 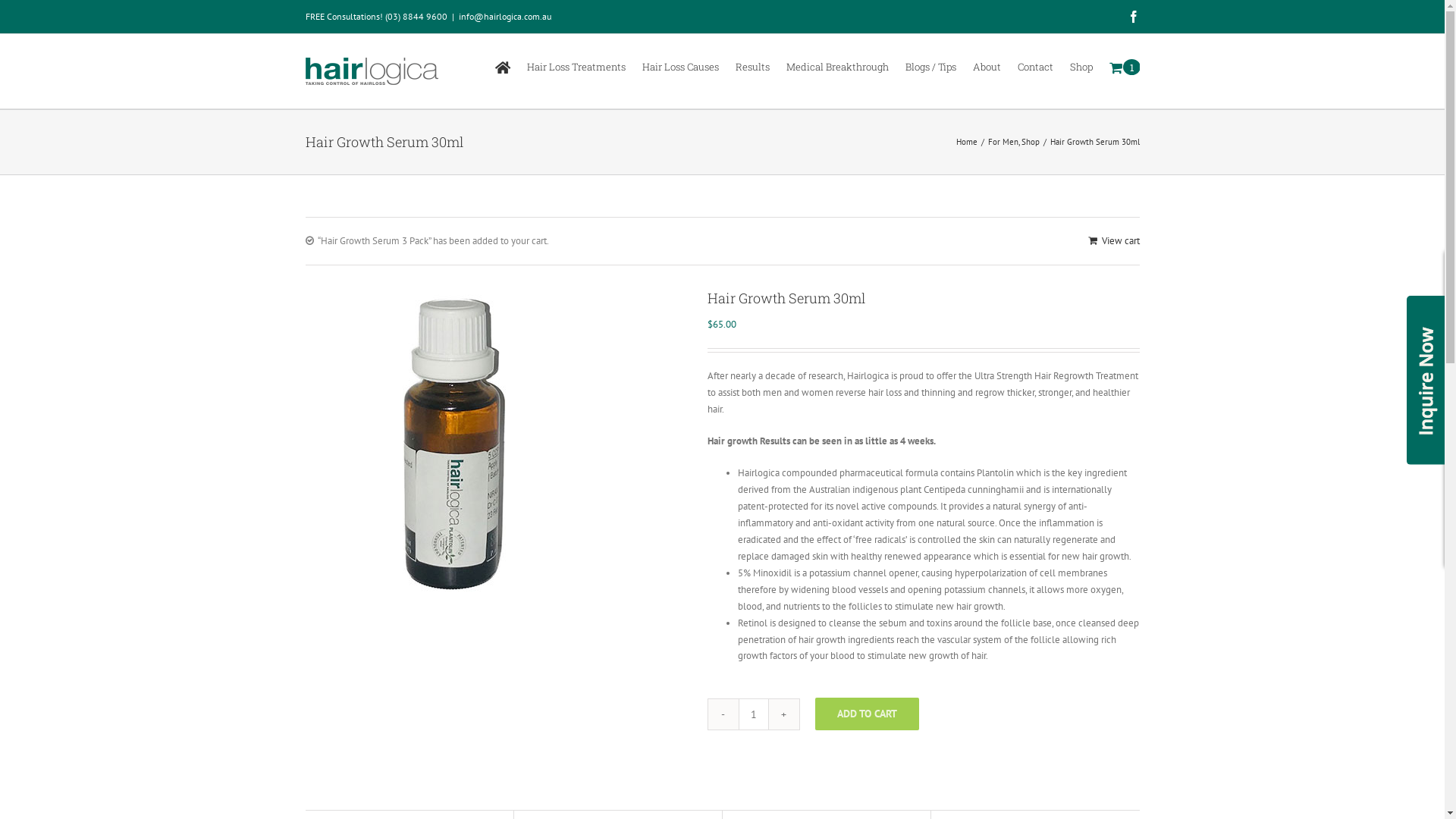 I want to click on '(03) 8844 9600', so click(x=416, y=16).